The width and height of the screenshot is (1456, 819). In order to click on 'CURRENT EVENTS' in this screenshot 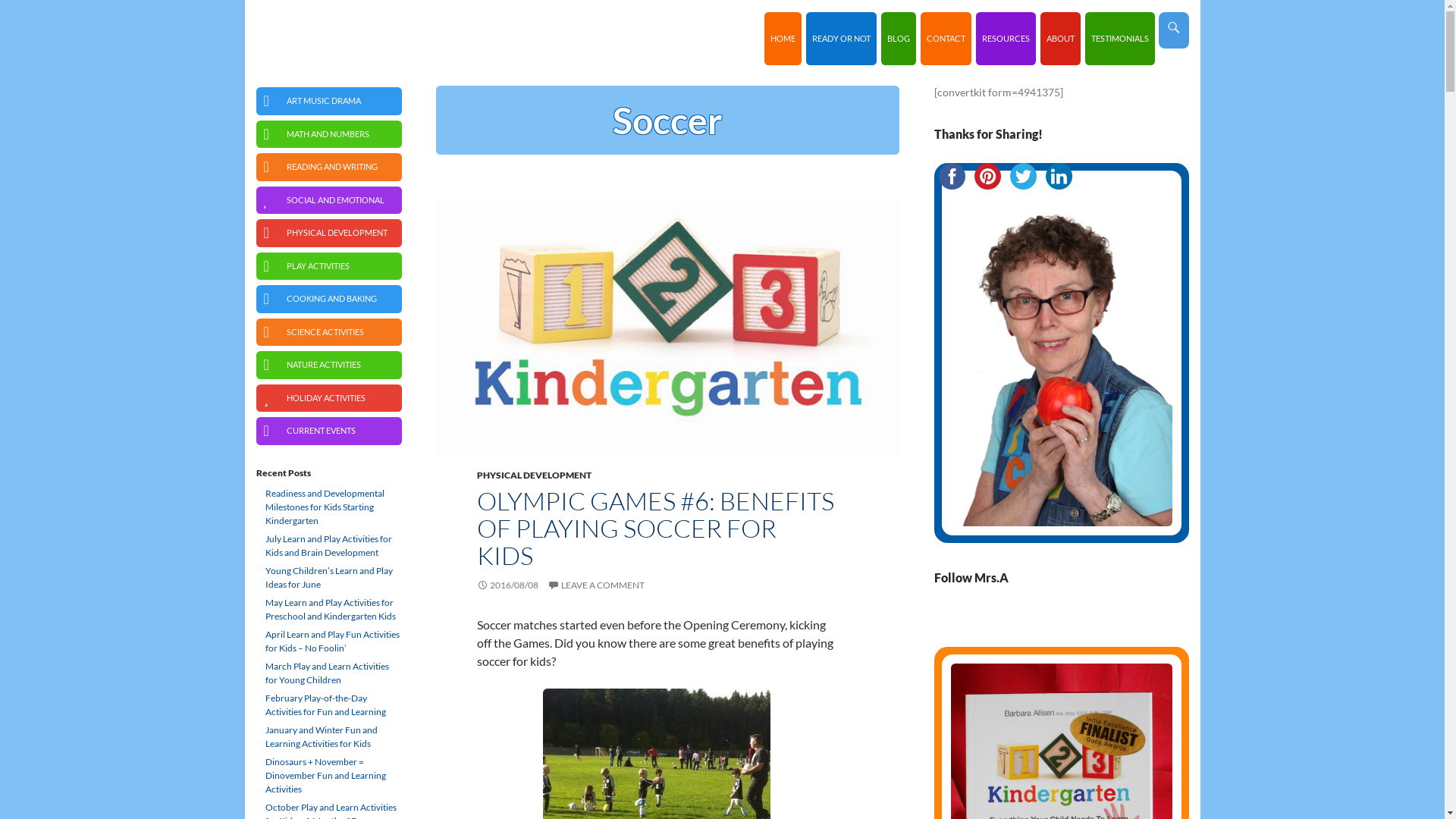, I will do `click(328, 431)`.